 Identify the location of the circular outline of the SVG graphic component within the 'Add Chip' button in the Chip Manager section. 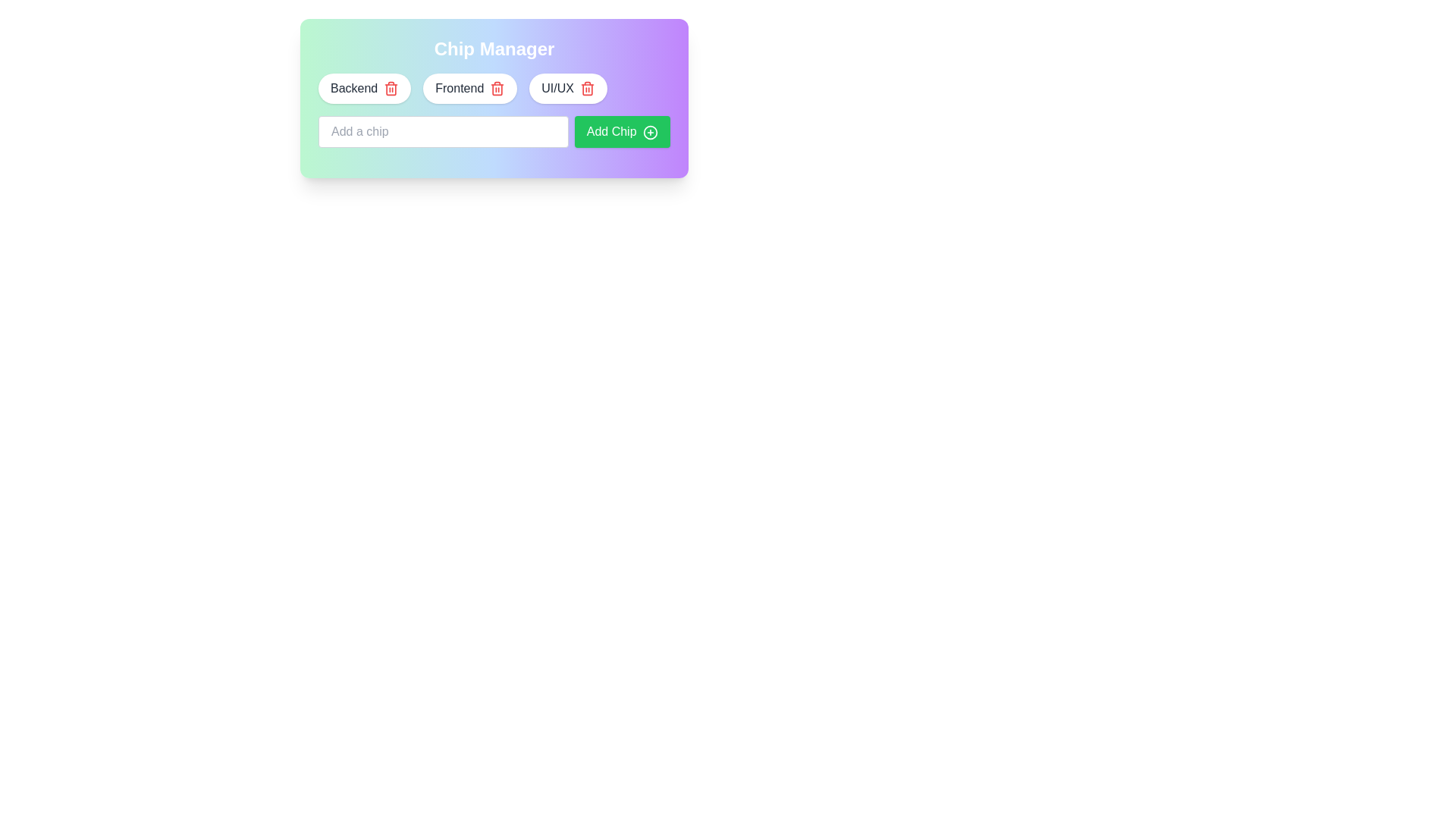
(651, 131).